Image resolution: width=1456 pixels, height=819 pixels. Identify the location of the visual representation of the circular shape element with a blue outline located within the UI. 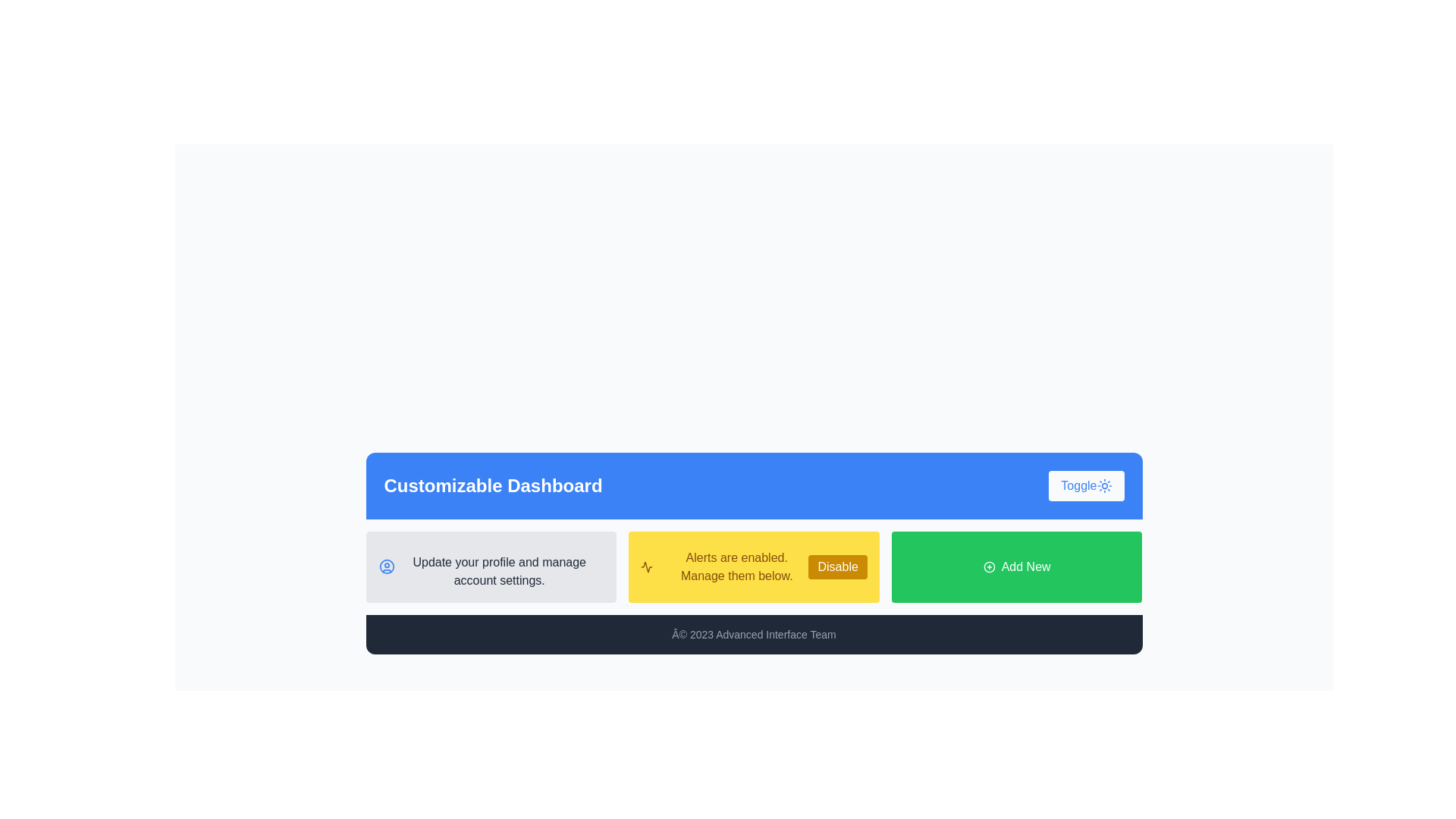
(387, 567).